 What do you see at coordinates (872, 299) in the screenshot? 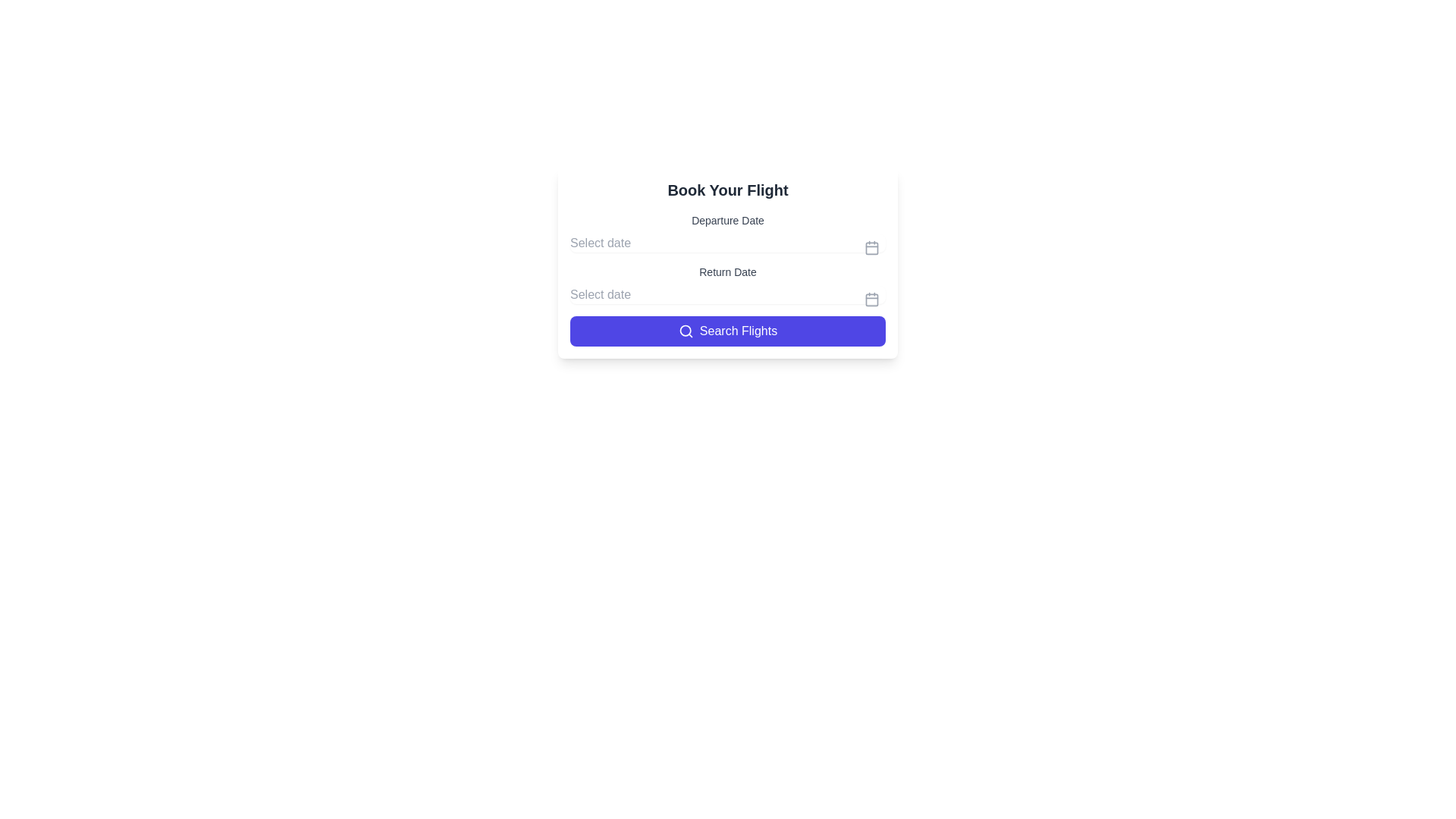
I see `the calendar icon button located to the right of the return date text field` at bounding box center [872, 299].